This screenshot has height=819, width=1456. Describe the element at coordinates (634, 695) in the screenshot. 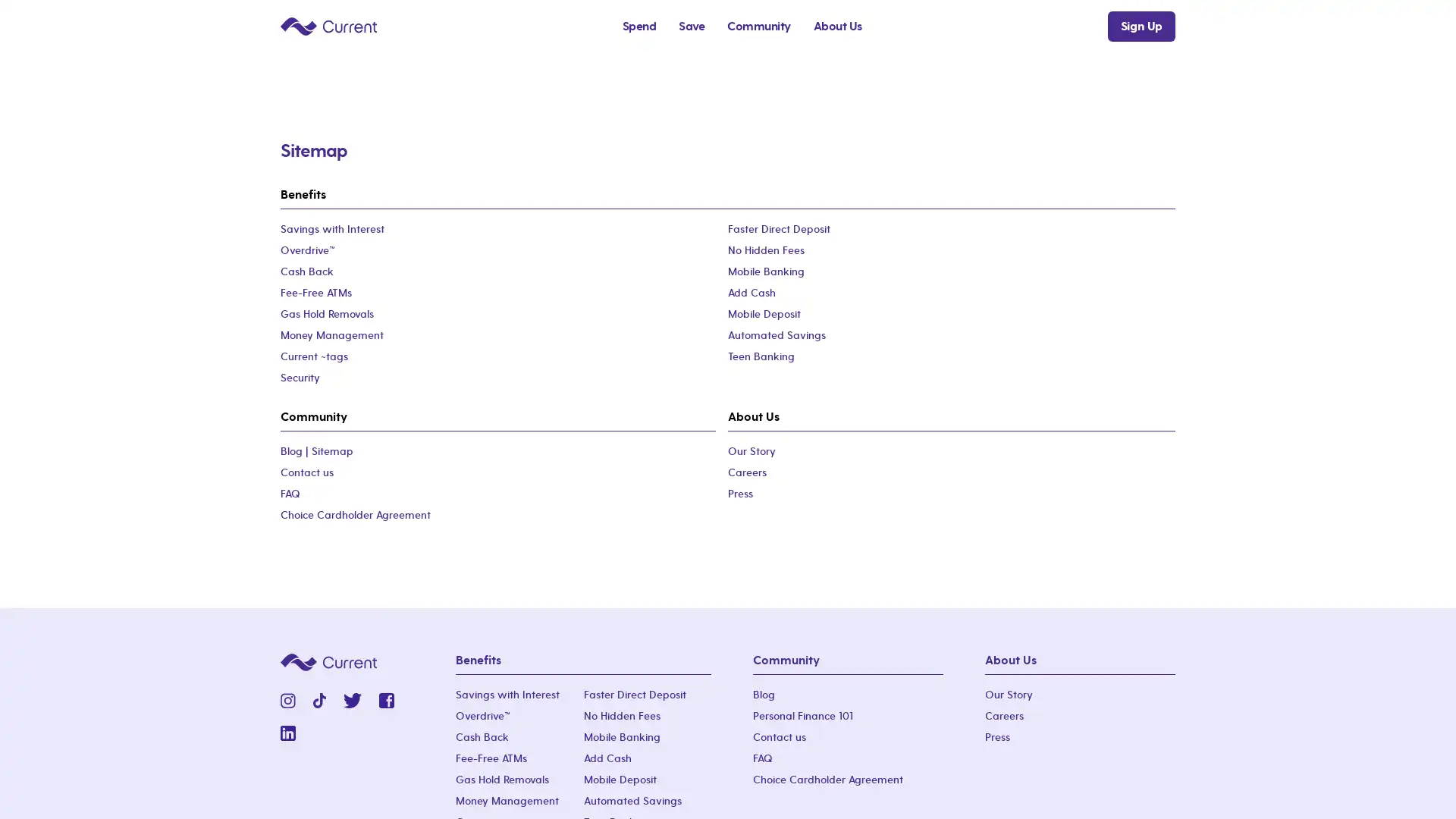

I see `Faster Direct Deposit` at that location.